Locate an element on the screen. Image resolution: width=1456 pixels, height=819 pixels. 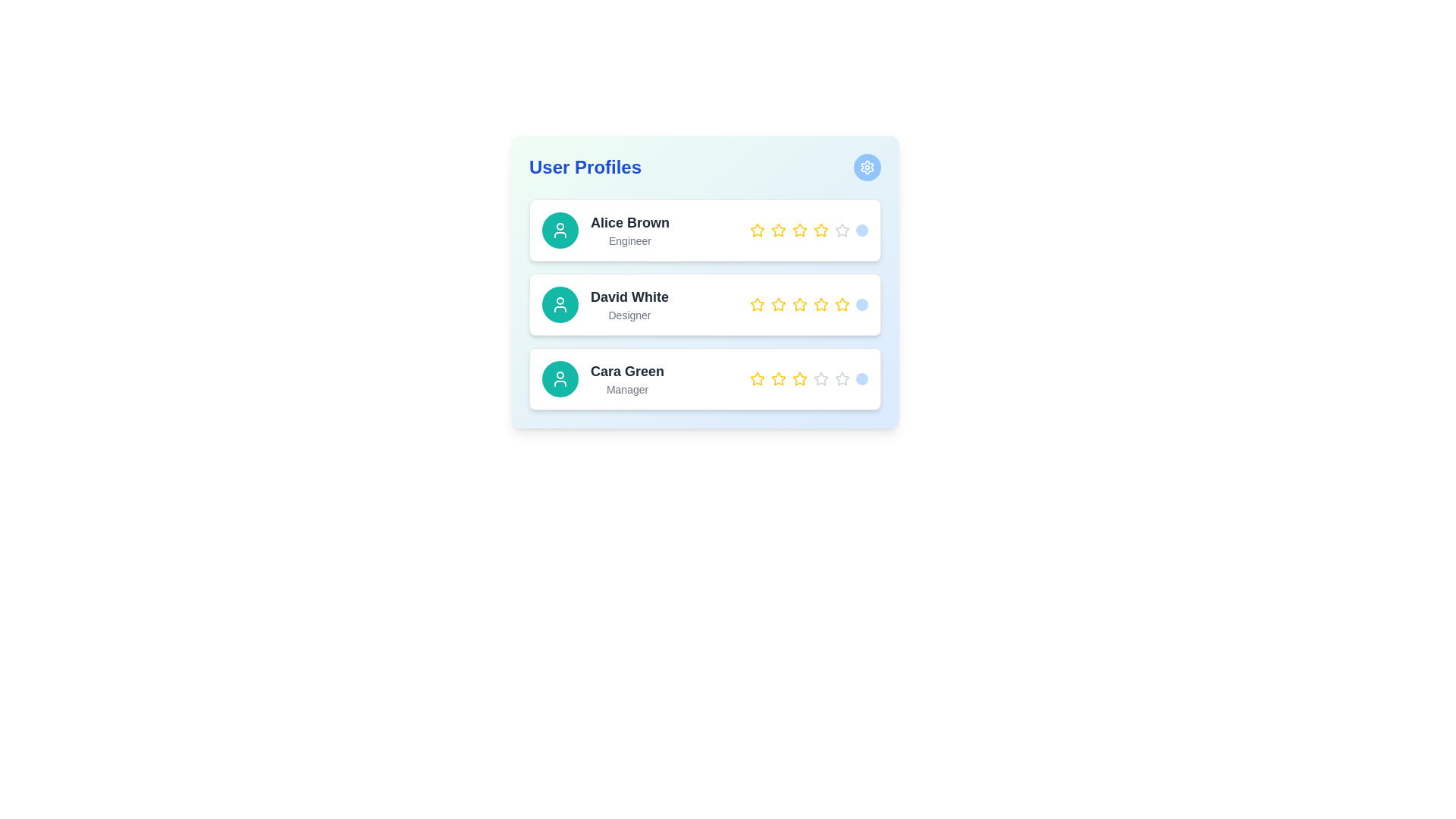
the first star-shaped icon with a yellow outline in the rating row for the 'Cara Green - Manager' user profile is located at coordinates (757, 378).